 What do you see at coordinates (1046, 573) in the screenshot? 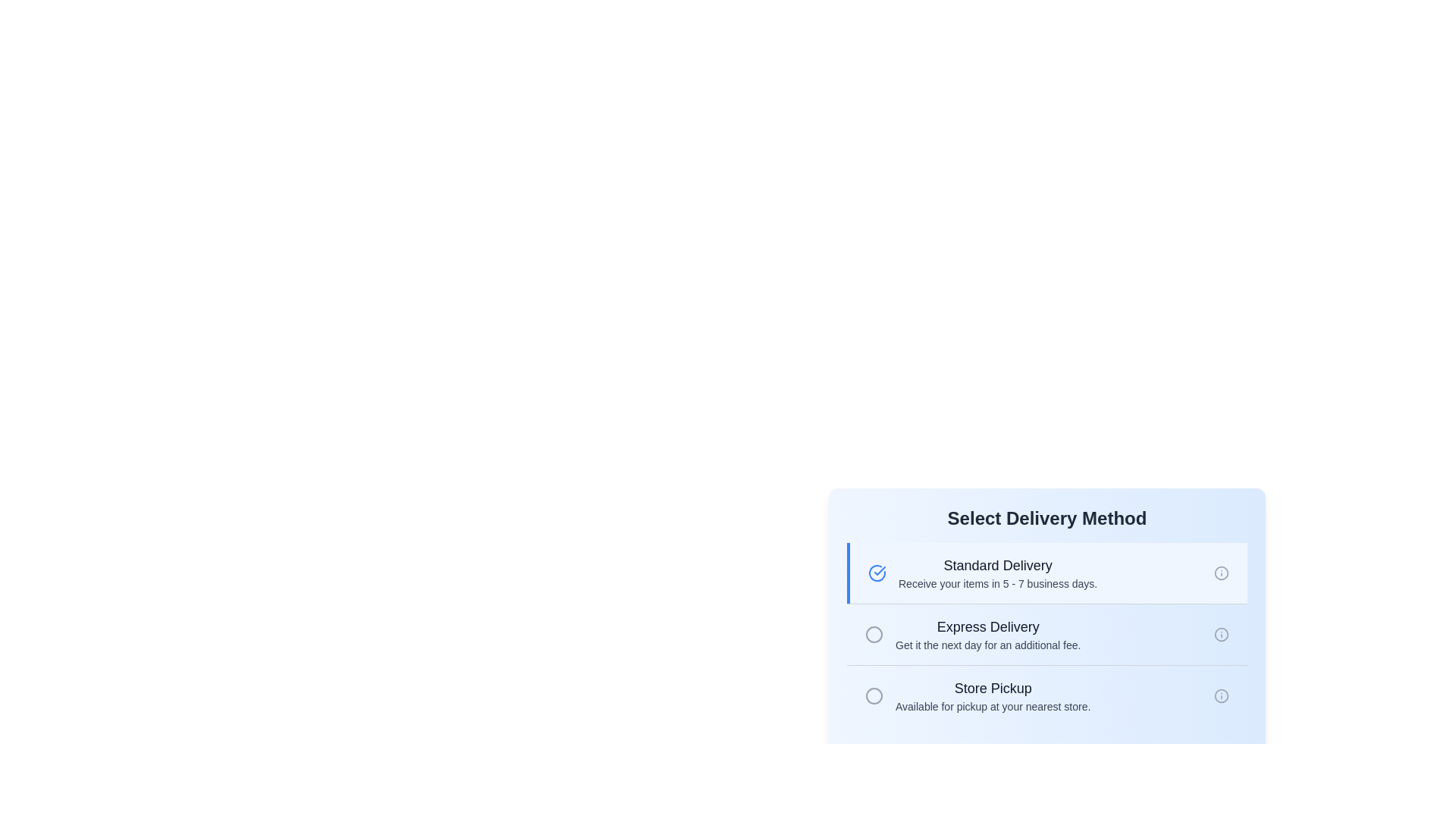
I see `the topmost selectable list item for 'Standard Delivery', which has a light blue background and a blue vertical border on the left` at bounding box center [1046, 573].